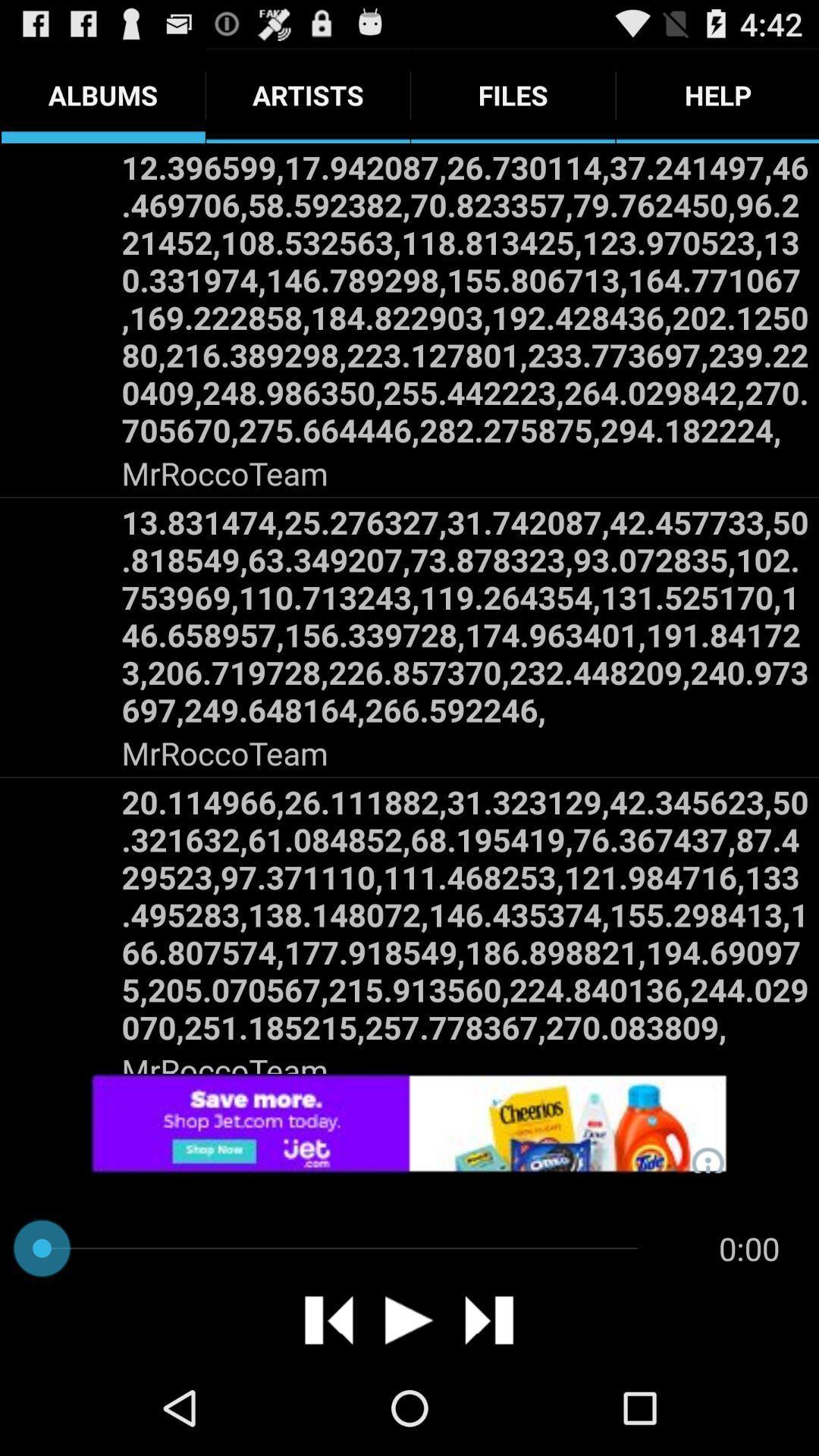 The height and width of the screenshot is (1456, 819). What do you see at coordinates (328, 1412) in the screenshot?
I see `the skip_previous icon` at bounding box center [328, 1412].